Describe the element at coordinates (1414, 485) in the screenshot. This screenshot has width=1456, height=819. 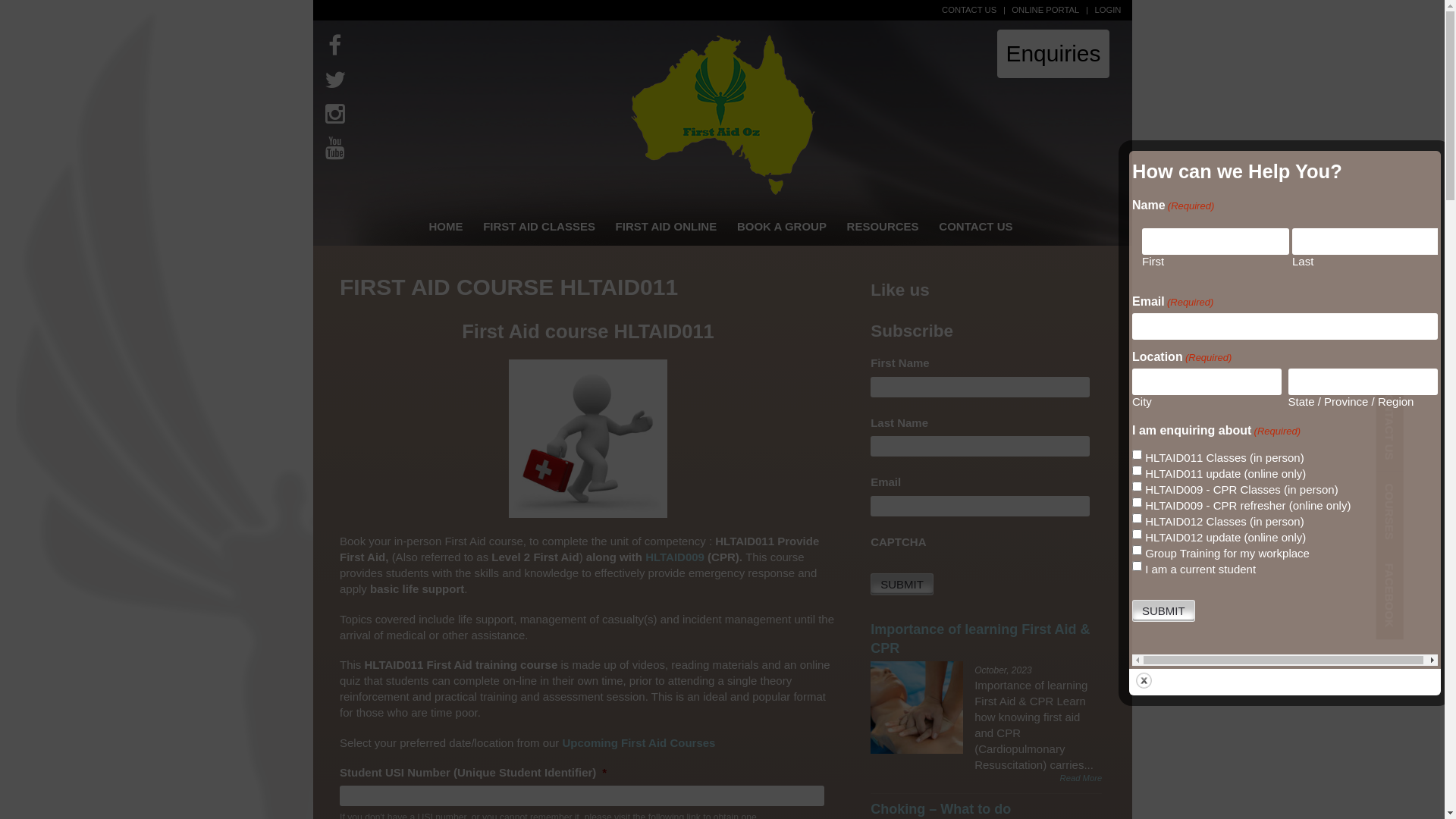
I see `'COURSES'` at that location.